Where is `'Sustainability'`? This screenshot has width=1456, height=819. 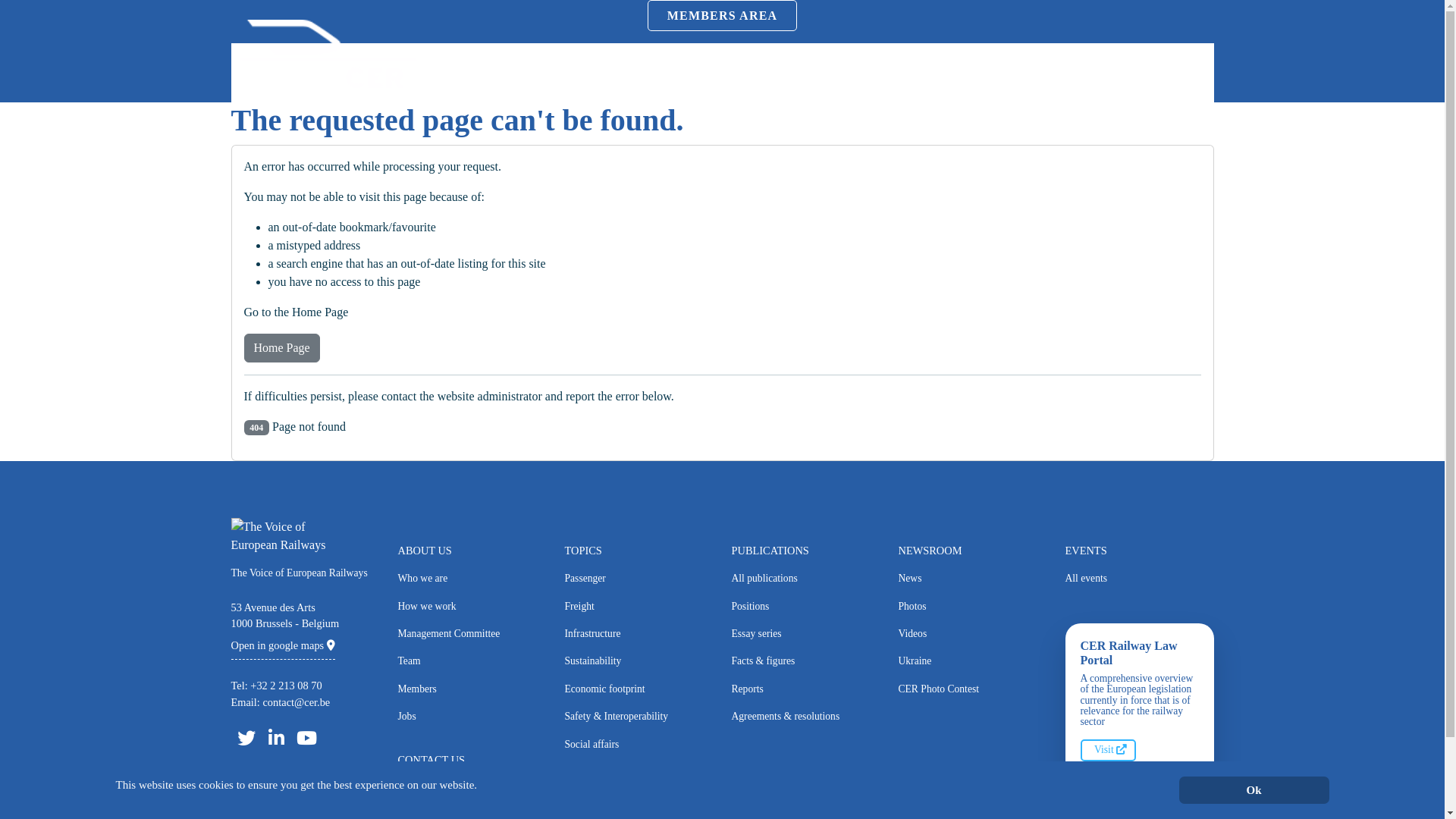 'Sustainability' is located at coordinates (638, 660).